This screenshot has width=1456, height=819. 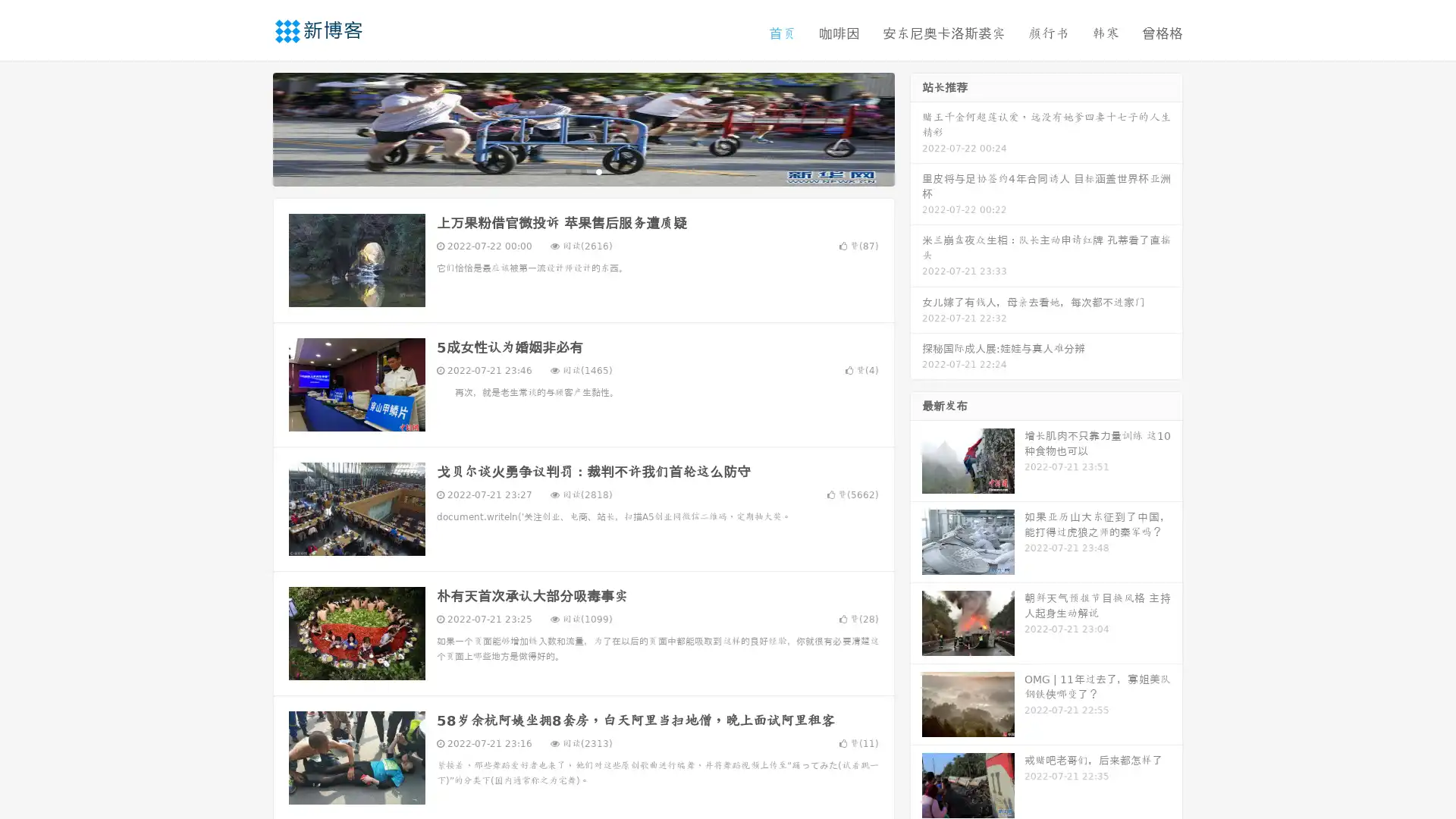 What do you see at coordinates (250, 127) in the screenshot?
I see `Previous slide` at bounding box center [250, 127].